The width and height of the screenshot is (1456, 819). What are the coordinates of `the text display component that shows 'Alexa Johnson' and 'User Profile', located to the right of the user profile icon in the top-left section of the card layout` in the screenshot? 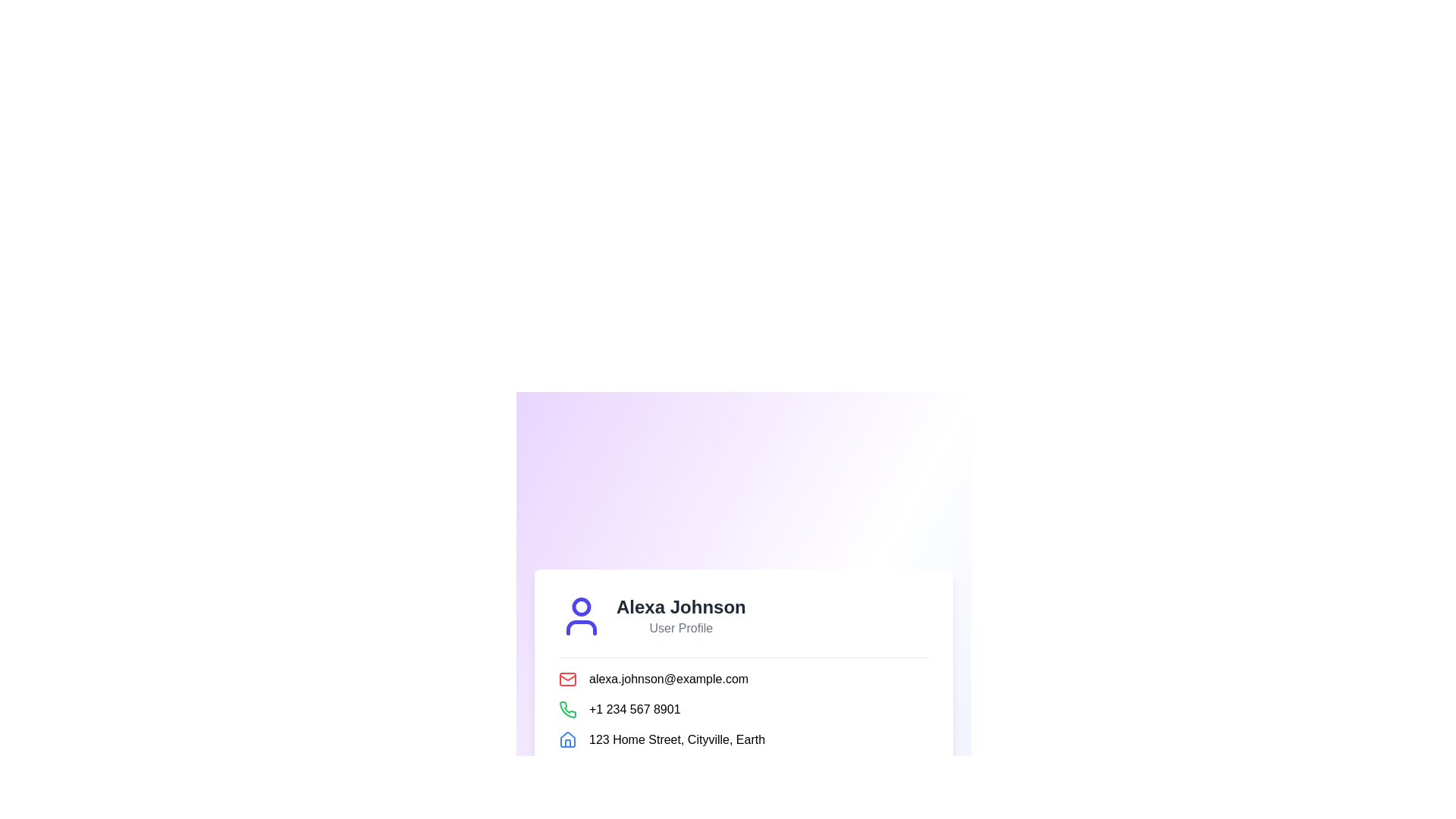 It's located at (680, 616).